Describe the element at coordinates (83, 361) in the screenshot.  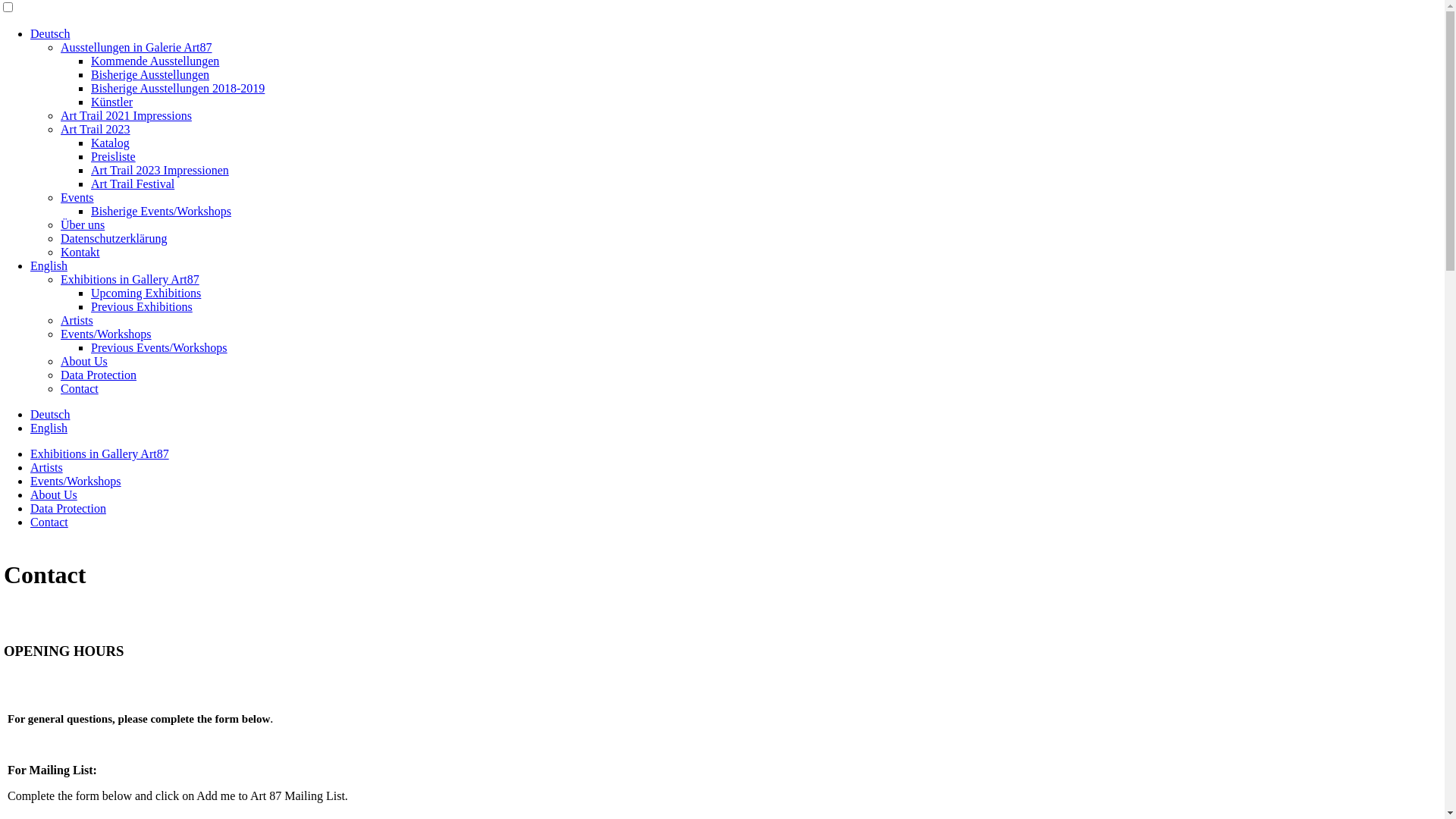
I see `'About Us'` at that location.